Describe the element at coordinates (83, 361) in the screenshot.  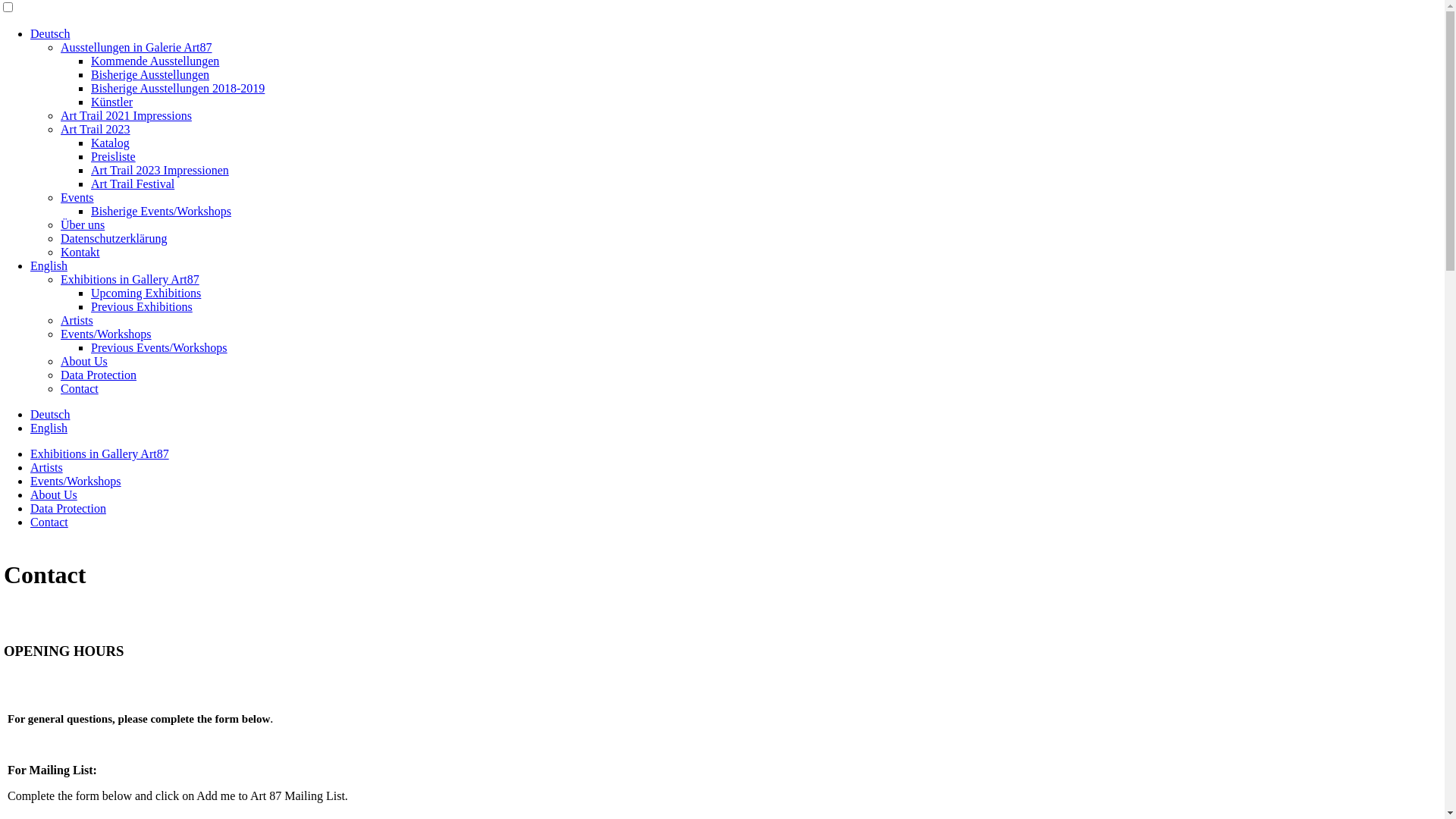
I see `'About Us'` at that location.